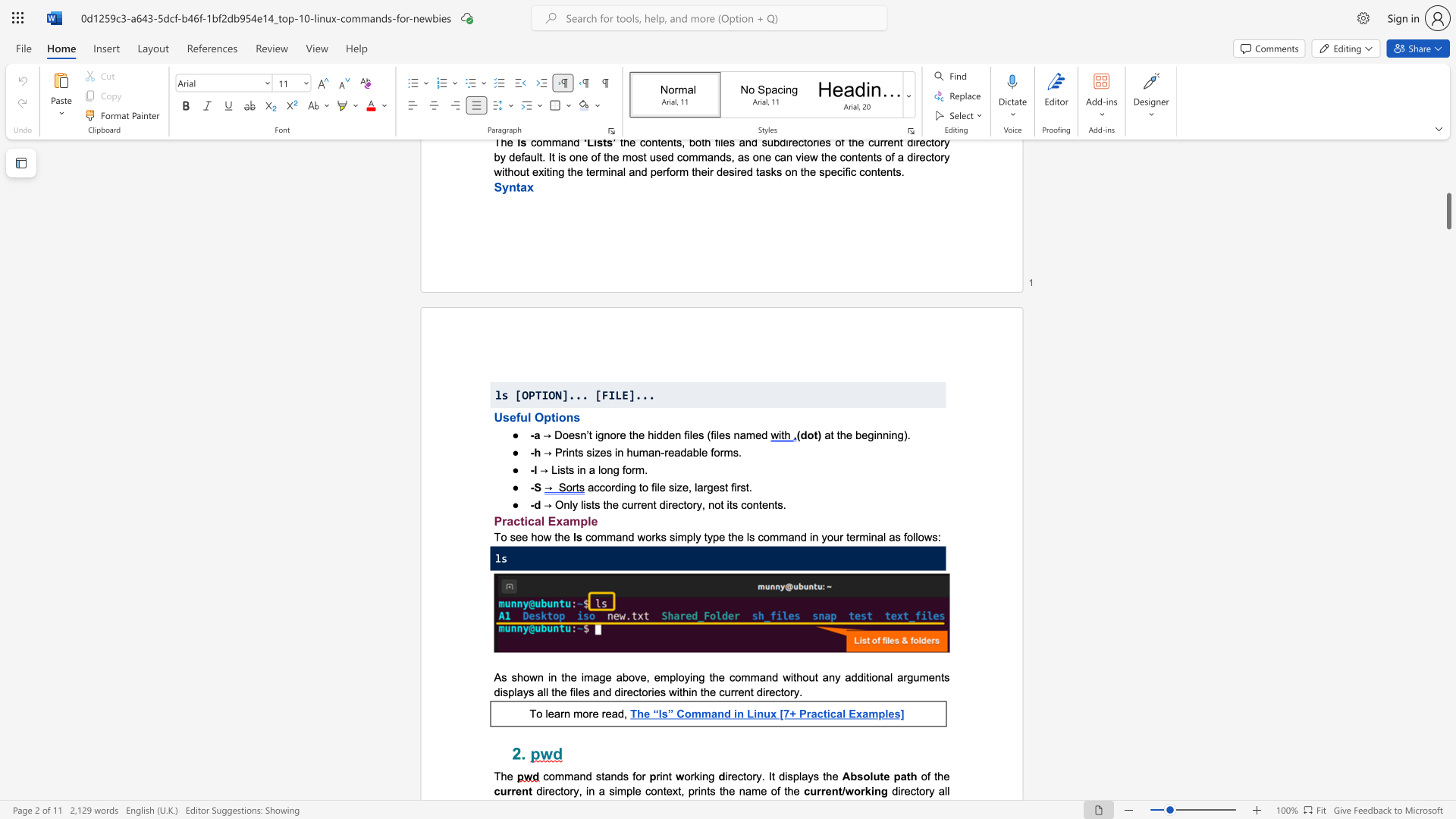  What do you see at coordinates (546, 776) in the screenshot?
I see `the 1th character "c" in the text` at bounding box center [546, 776].